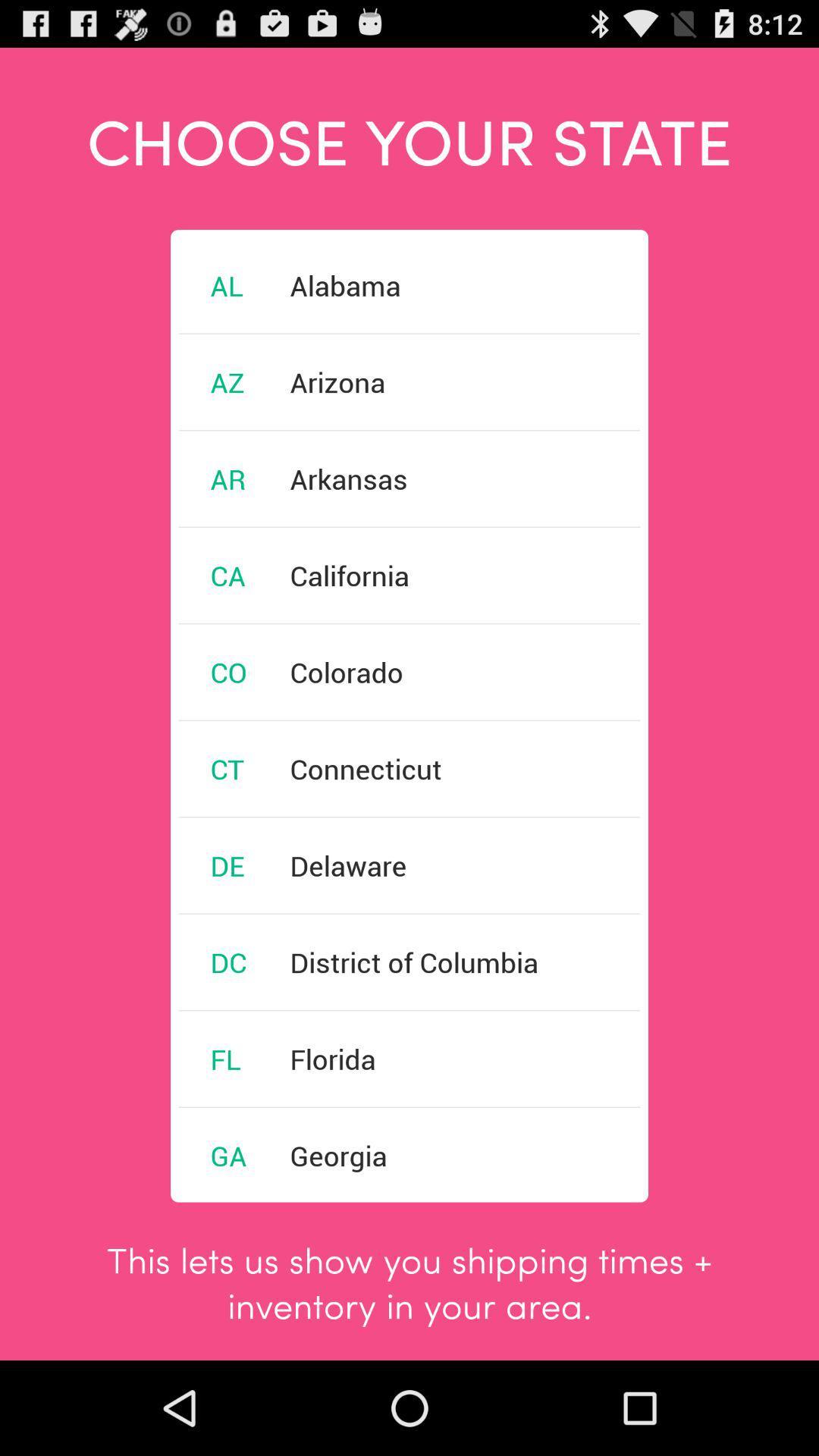 The image size is (819, 1456). Describe the element at coordinates (345, 285) in the screenshot. I see `item to the right of al icon` at that location.